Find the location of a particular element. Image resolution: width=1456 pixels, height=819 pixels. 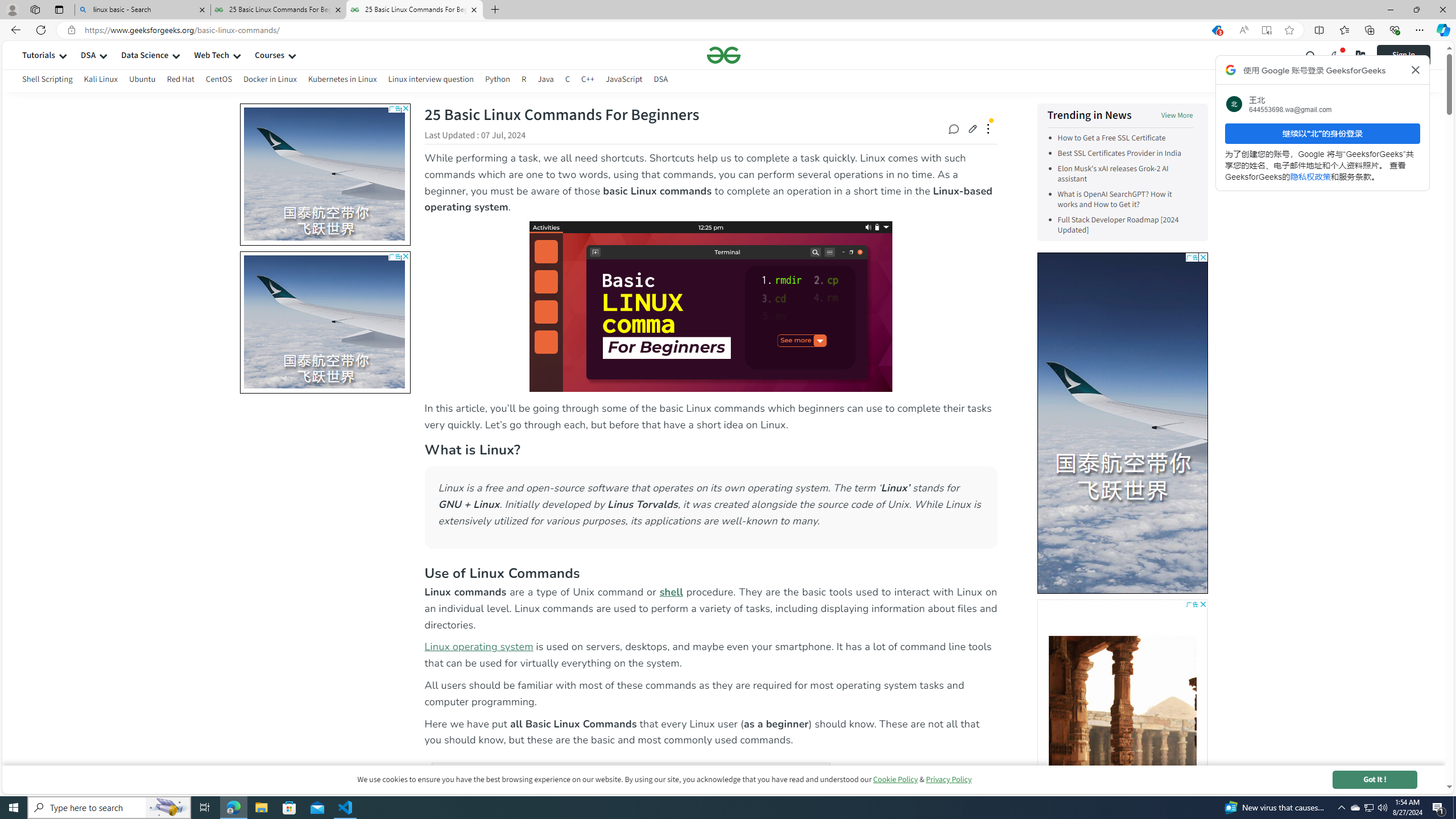

'shell' is located at coordinates (672, 591).